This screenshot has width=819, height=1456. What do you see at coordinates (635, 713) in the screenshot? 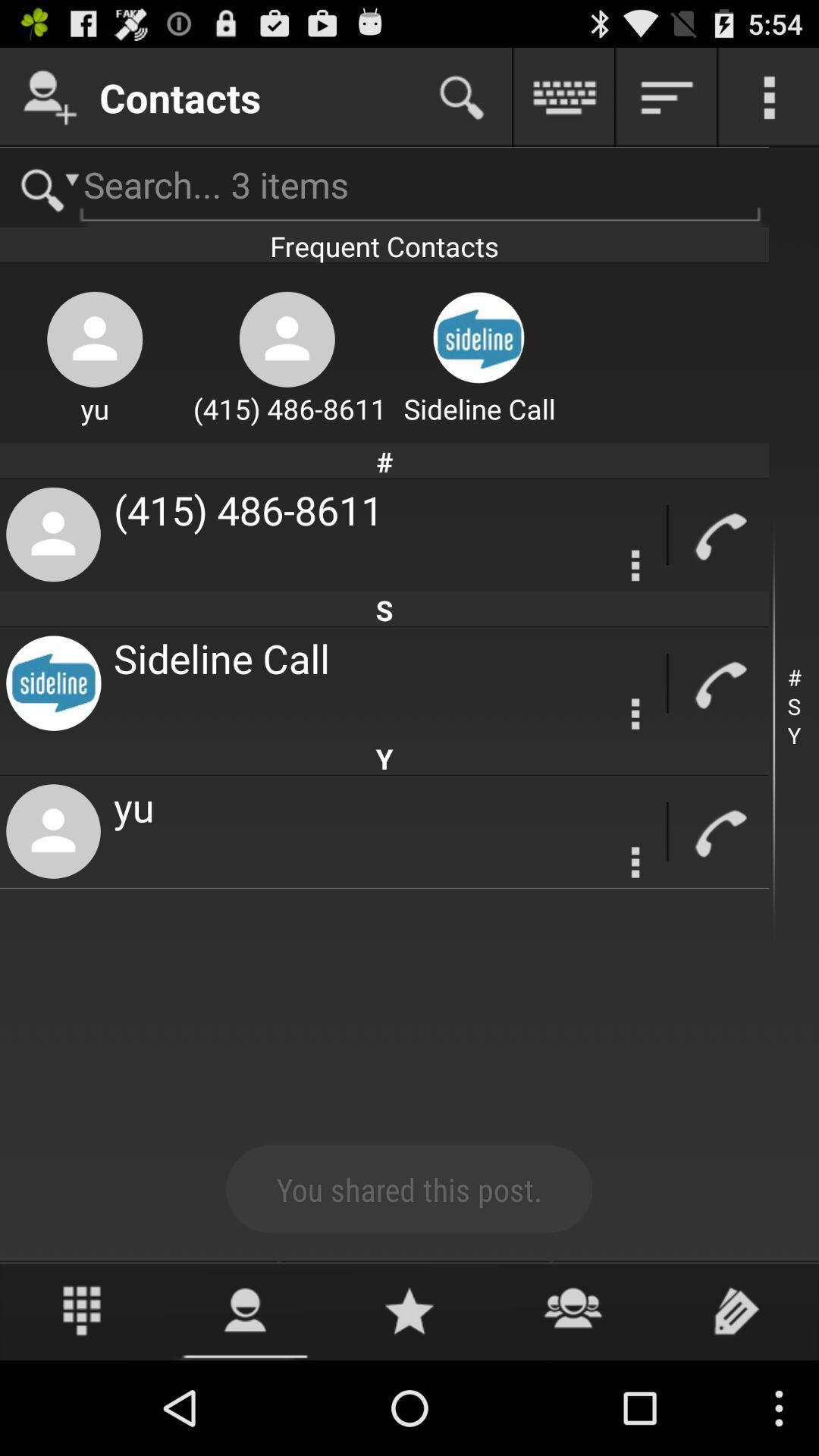
I see `expand entry` at bounding box center [635, 713].